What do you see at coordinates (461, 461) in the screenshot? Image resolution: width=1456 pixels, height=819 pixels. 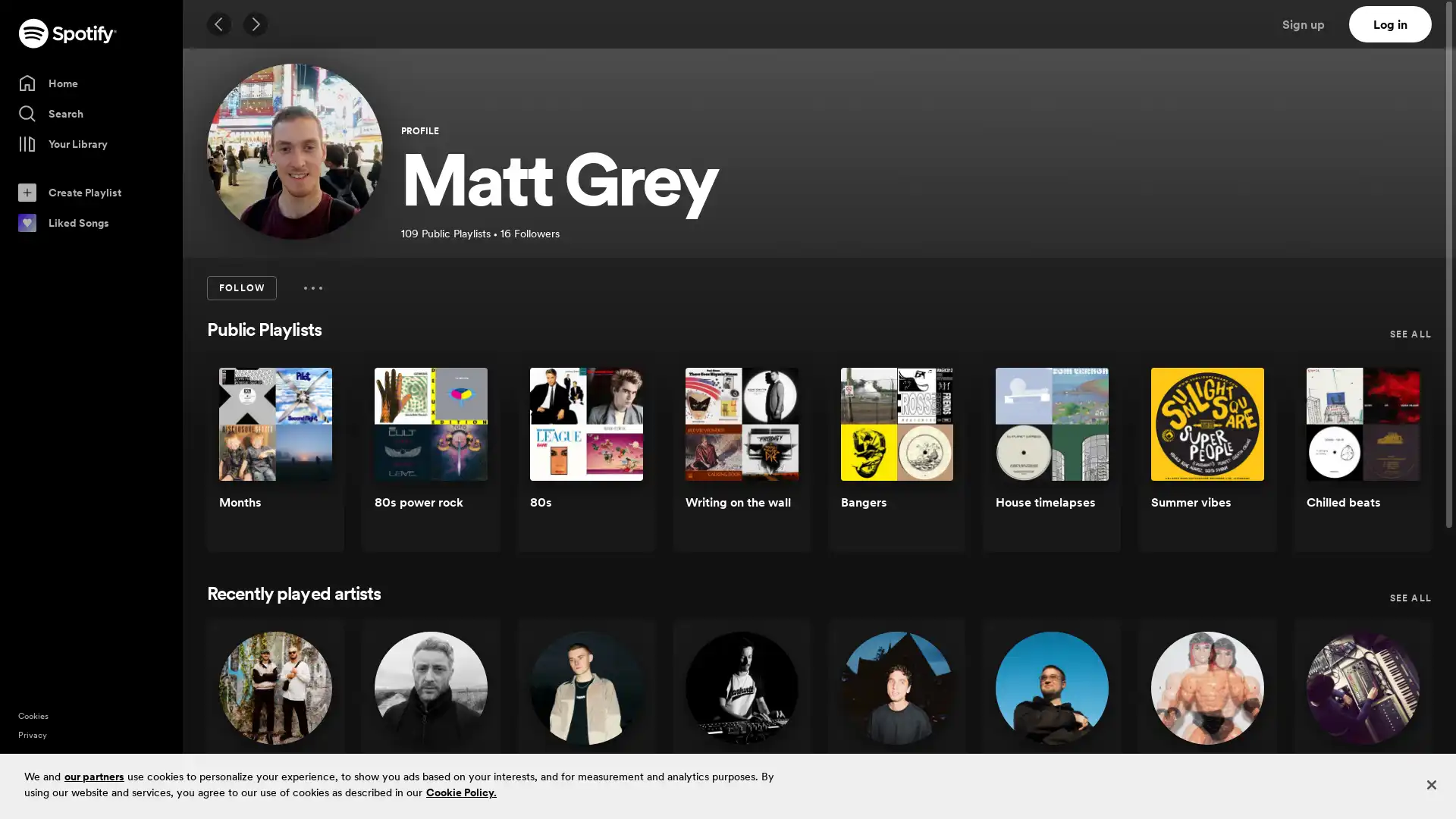 I see `Play 80s power rock` at bounding box center [461, 461].